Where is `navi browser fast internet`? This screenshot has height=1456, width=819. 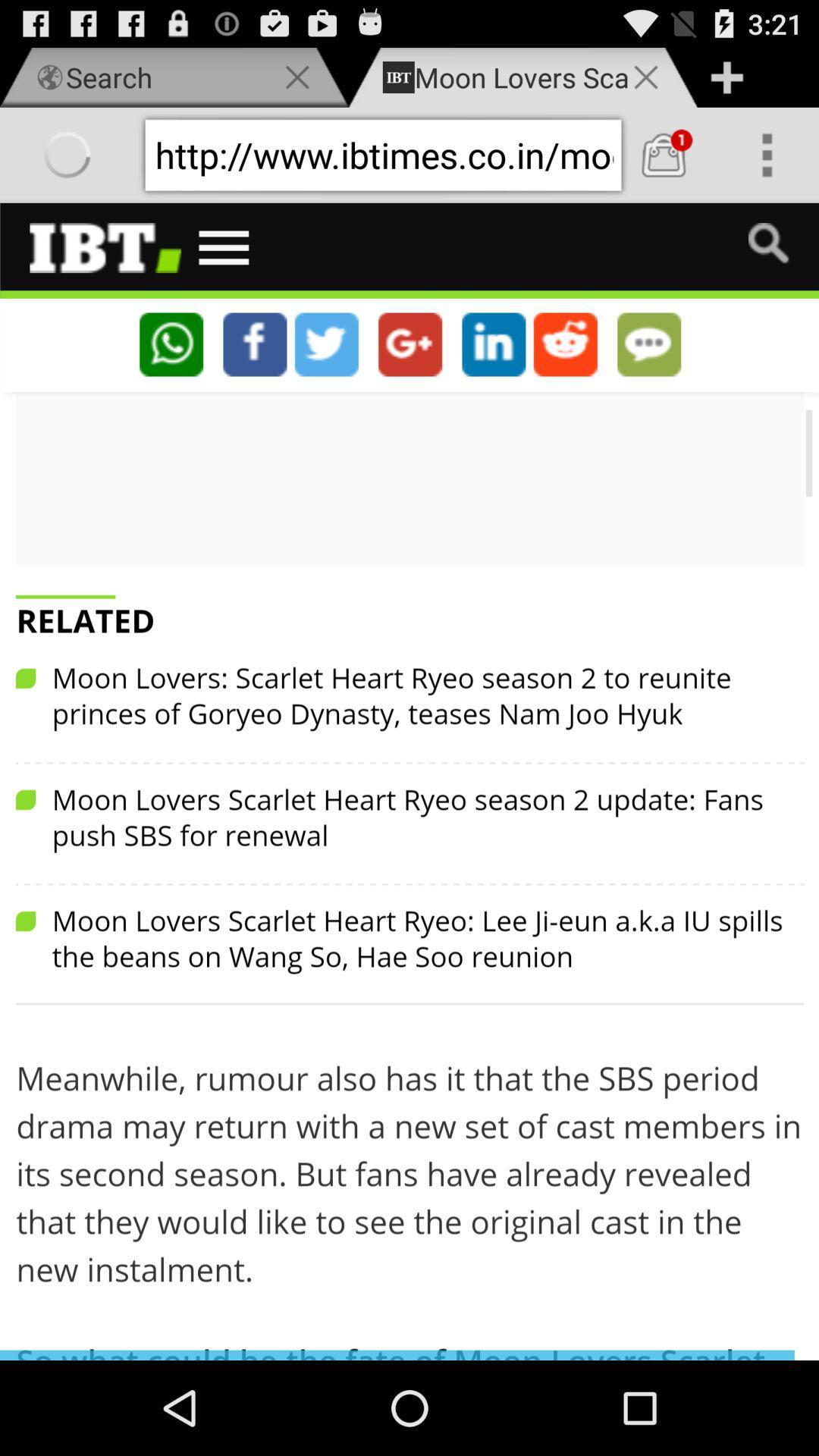
navi browser fast internet is located at coordinates (663, 155).